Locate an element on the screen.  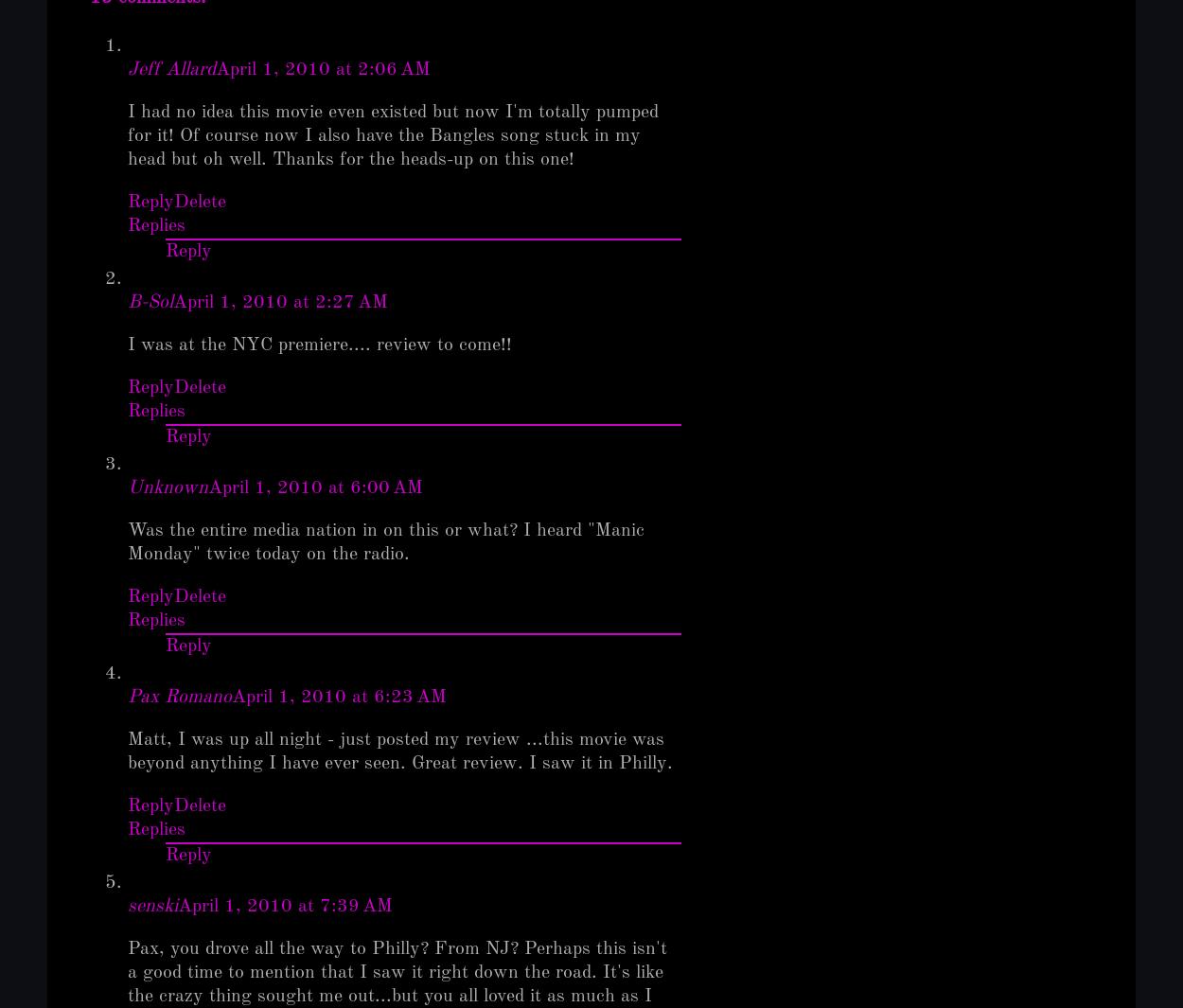
'Pax Romano' is located at coordinates (179, 697).